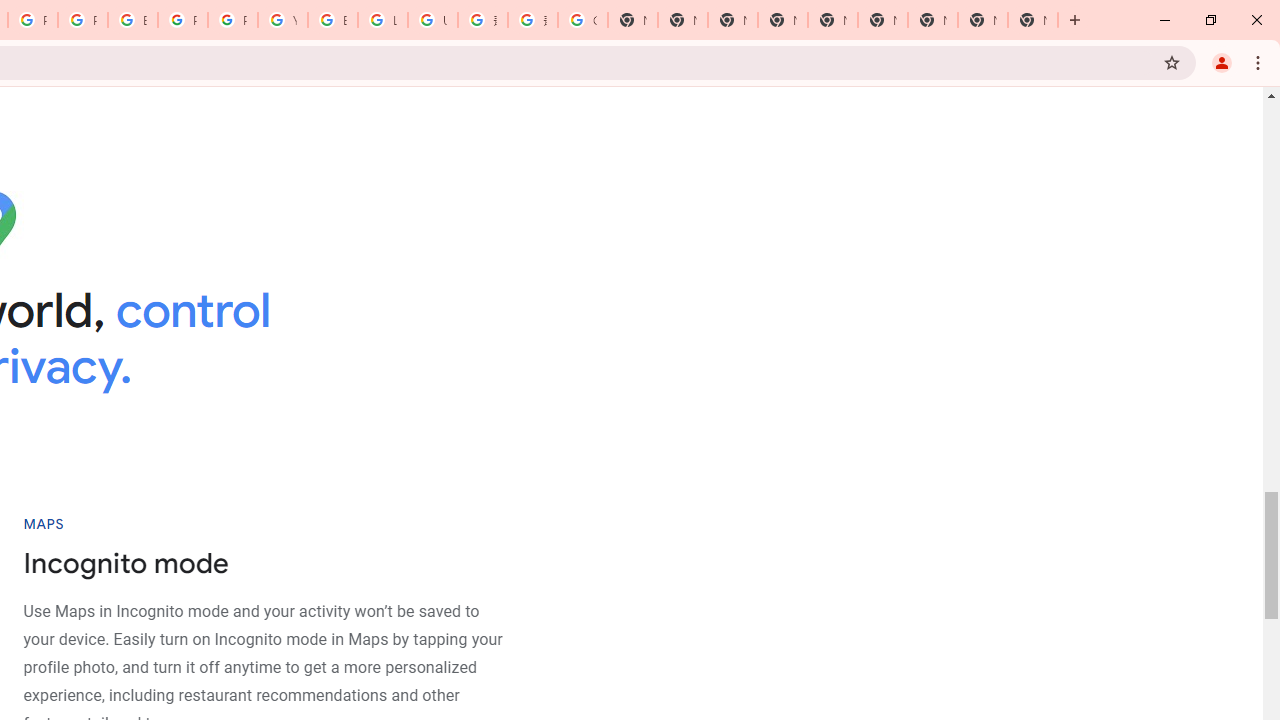 The width and height of the screenshot is (1280, 720). What do you see at coordinates (582, 20) in the screenshot?
I see `'Google Images'` at bounding box center [582, 20].